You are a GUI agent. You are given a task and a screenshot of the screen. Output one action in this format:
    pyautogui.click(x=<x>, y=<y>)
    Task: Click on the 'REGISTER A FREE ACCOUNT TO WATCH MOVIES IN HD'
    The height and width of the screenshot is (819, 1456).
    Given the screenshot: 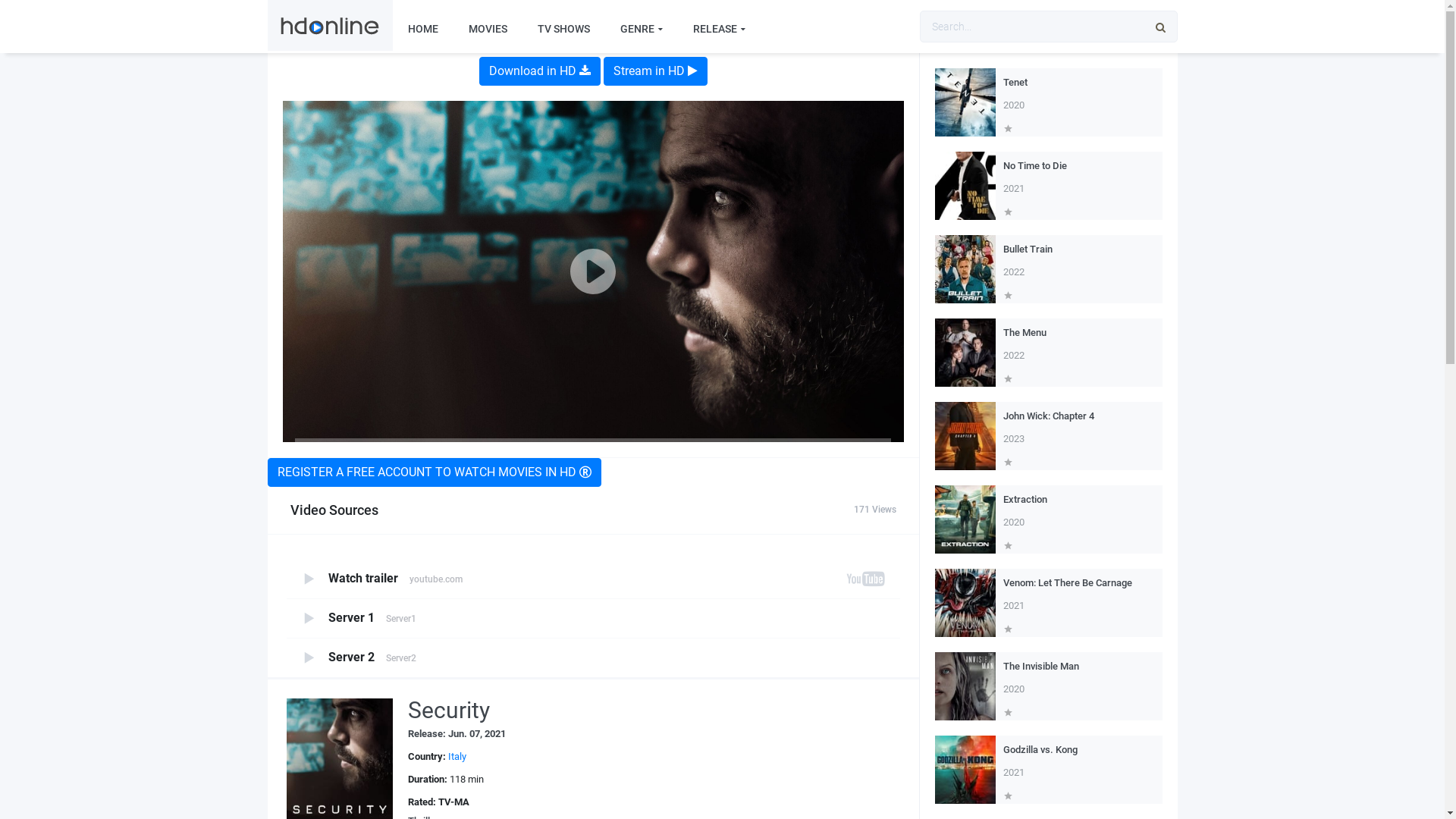 What is the action you would take?
    pyautogui.click(x=432, y=472)
    